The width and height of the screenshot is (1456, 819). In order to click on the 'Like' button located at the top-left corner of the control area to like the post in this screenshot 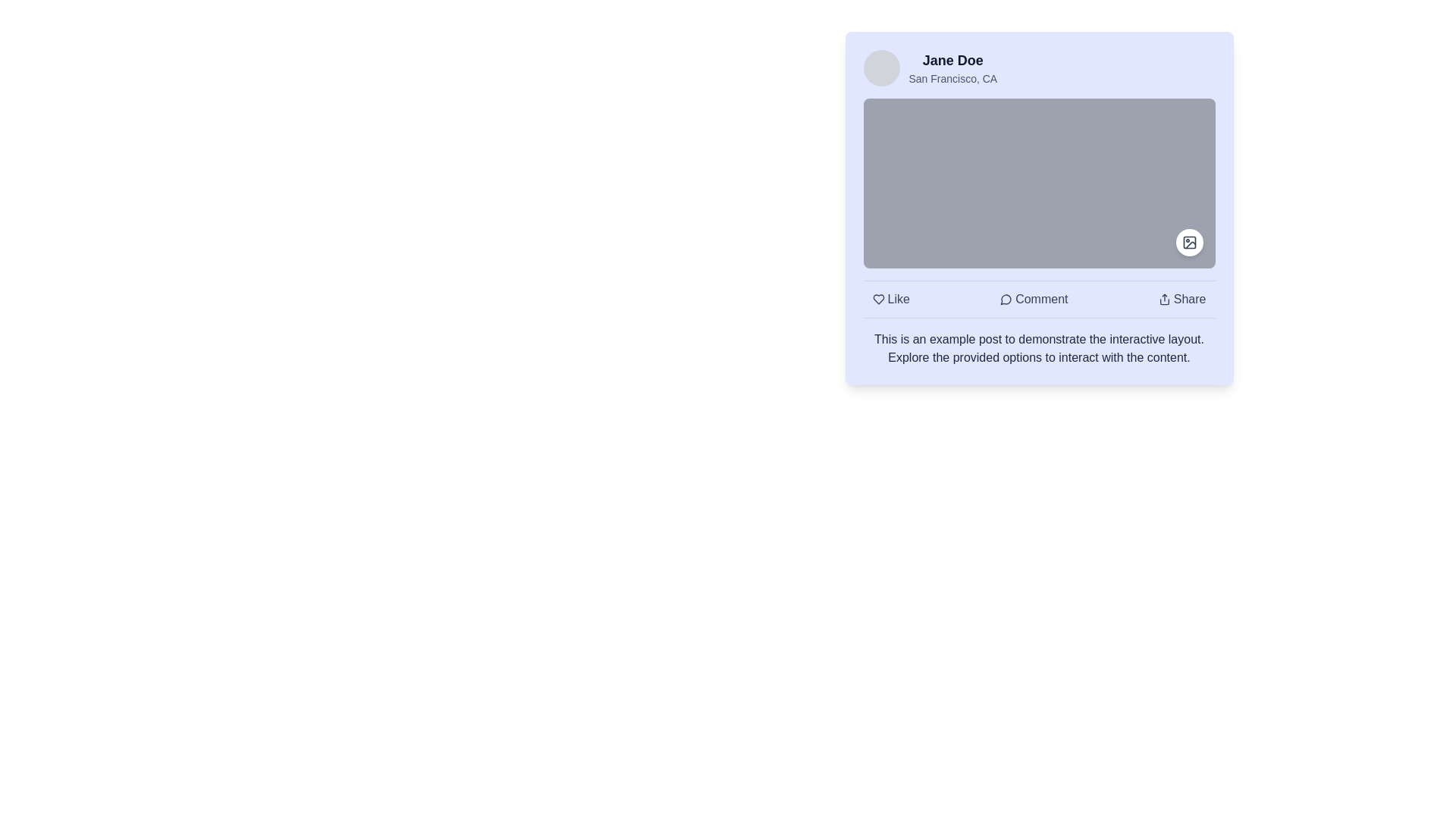, I will do `click(891, 299)`.